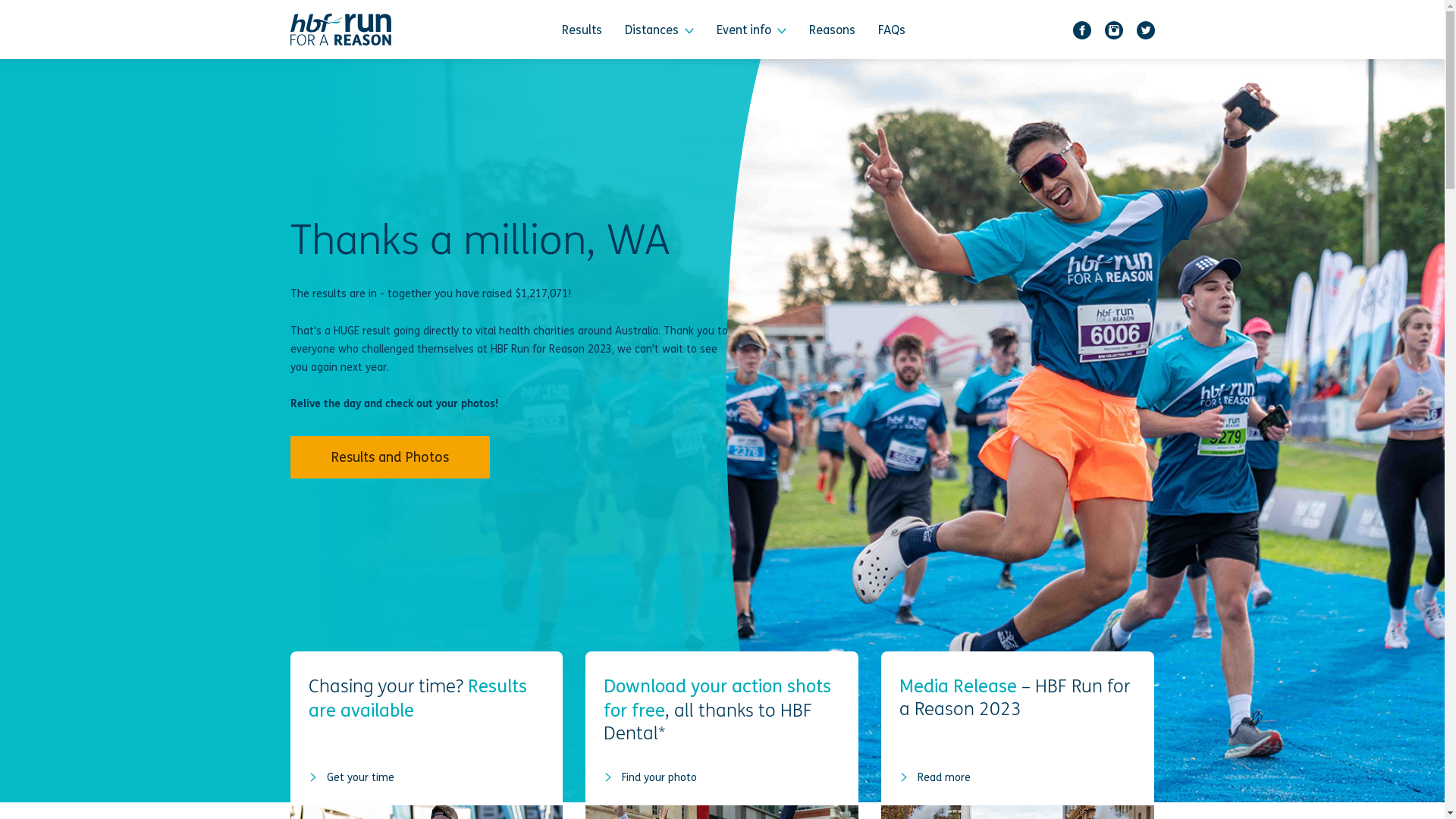  Describe the element at coordinates (1146, 29) in the screenshot. I see `'Twitter'` at that location.